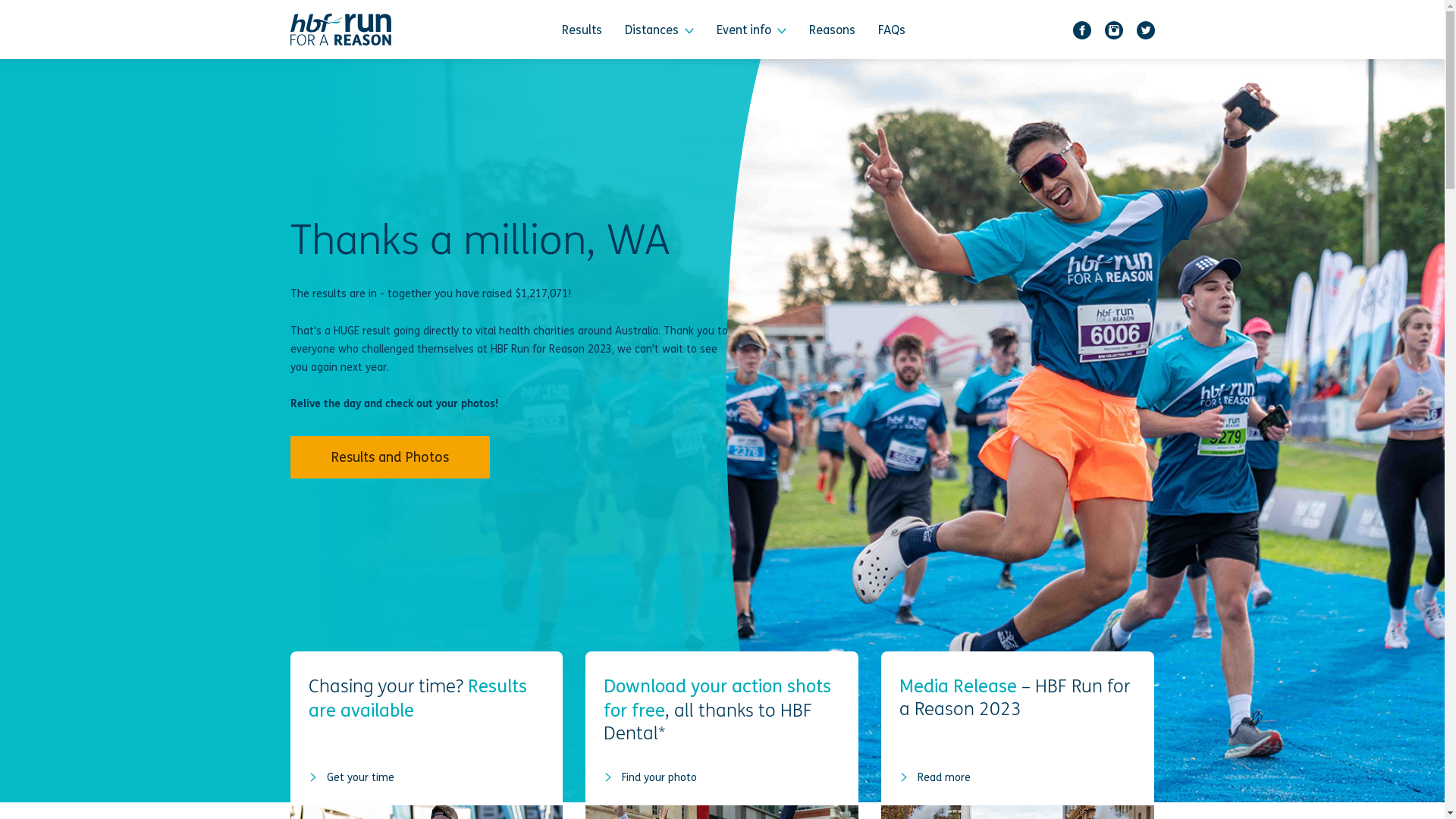  Describe the element at coordinates (1146, 29) in the screenshot. I see `'Twitter'` at that location.